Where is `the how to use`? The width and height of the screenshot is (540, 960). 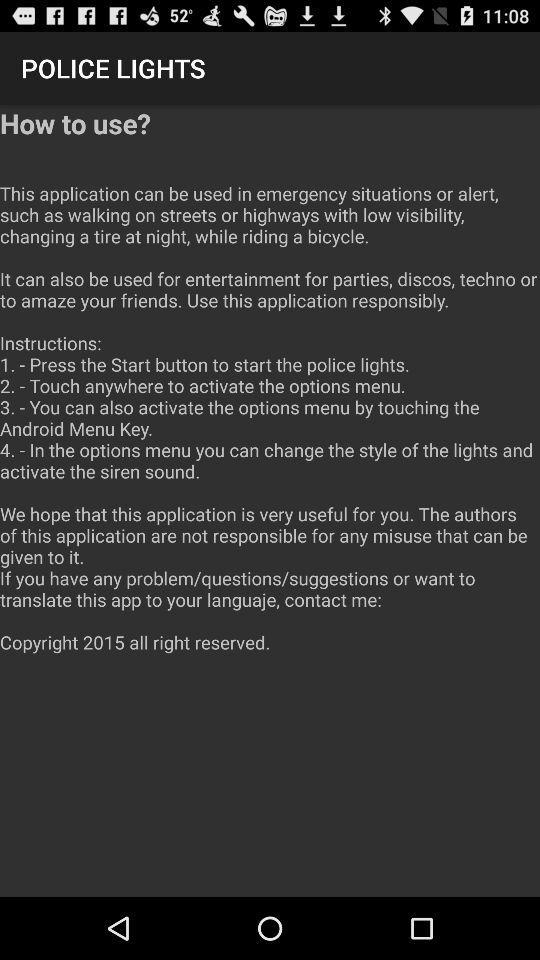
the how to use is located at coordinates (270, 389).